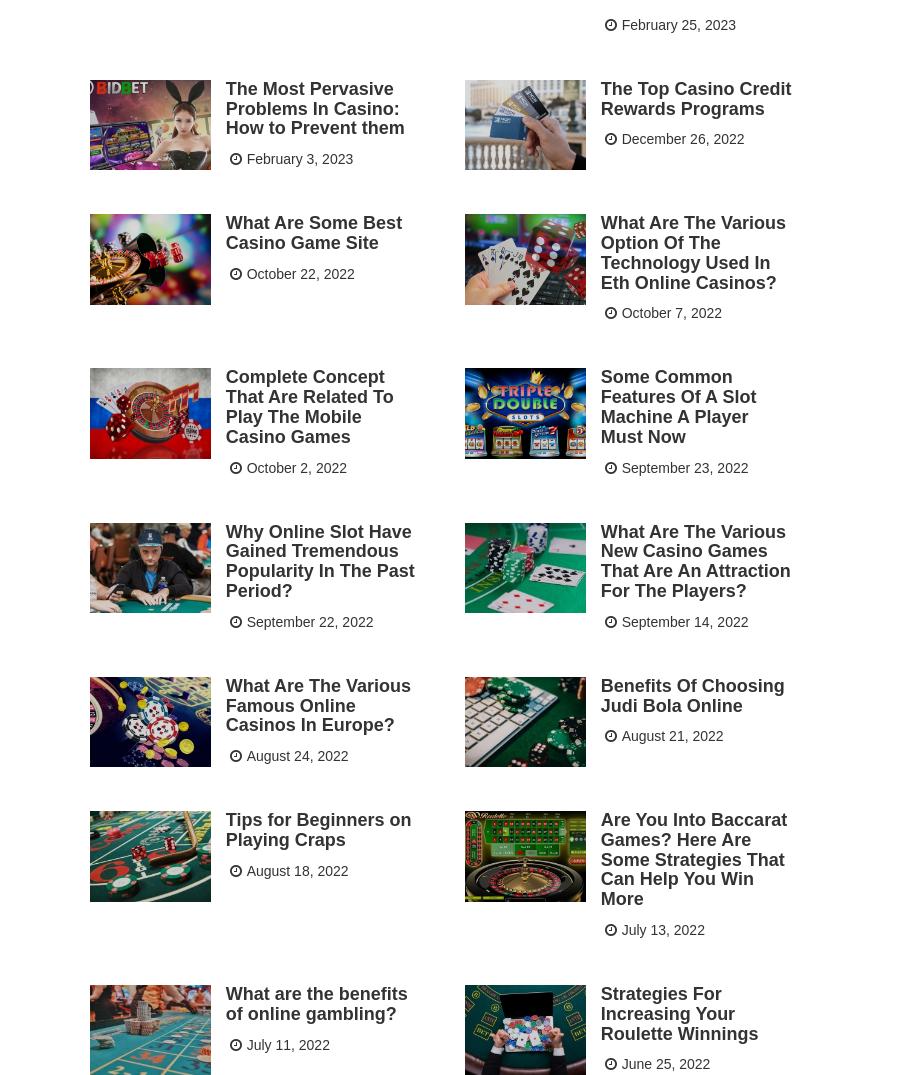 The width and height of the screenshot is (900, 1075). I want to click on 'The Top Casino Credit Rewards Programs', so click(694, 96).